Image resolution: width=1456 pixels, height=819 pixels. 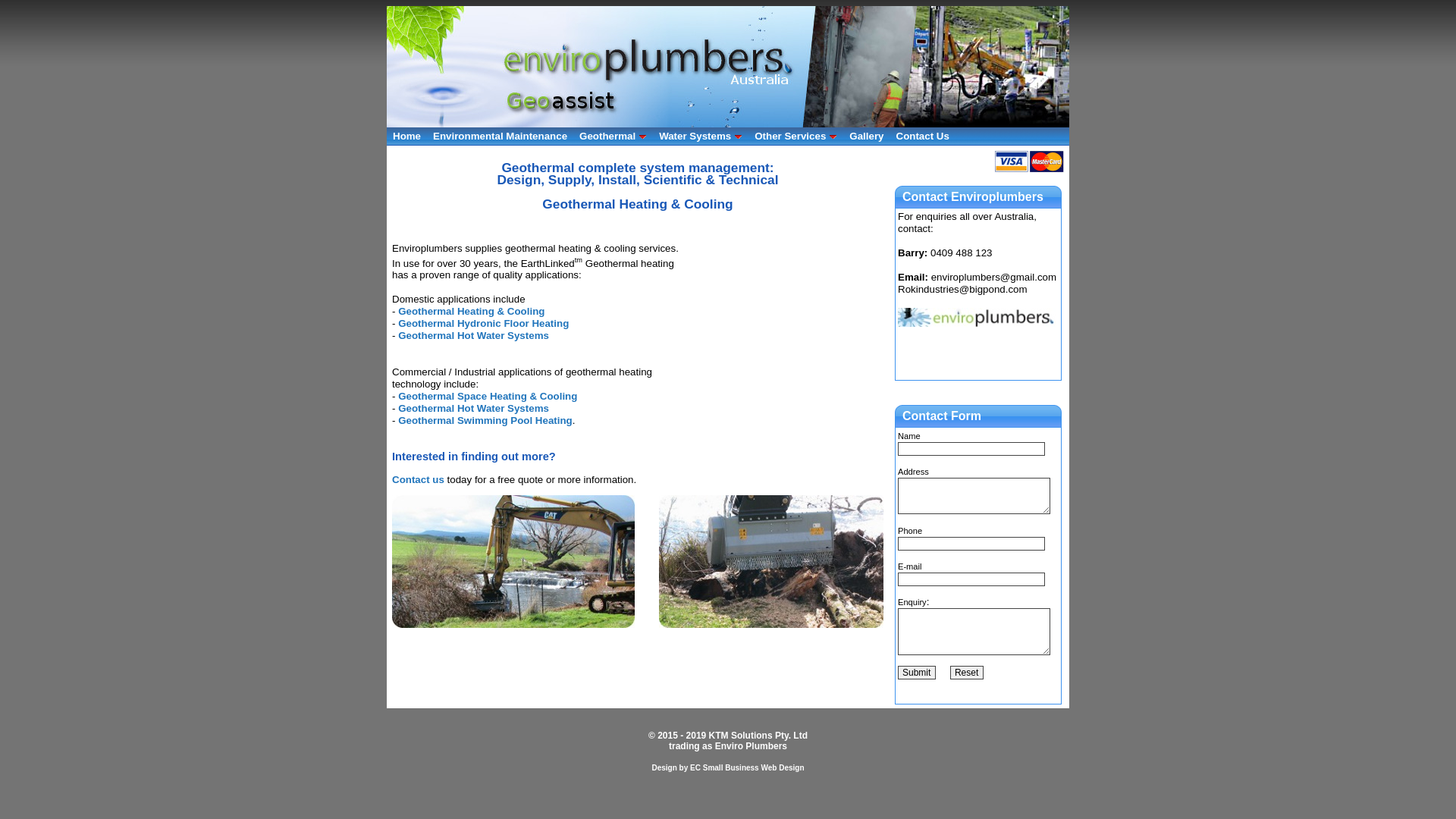 What do you see at coordinates (753, 767) in the screenshot?
I see `'Small Business Web Design'` at bounding box center [753, 767].